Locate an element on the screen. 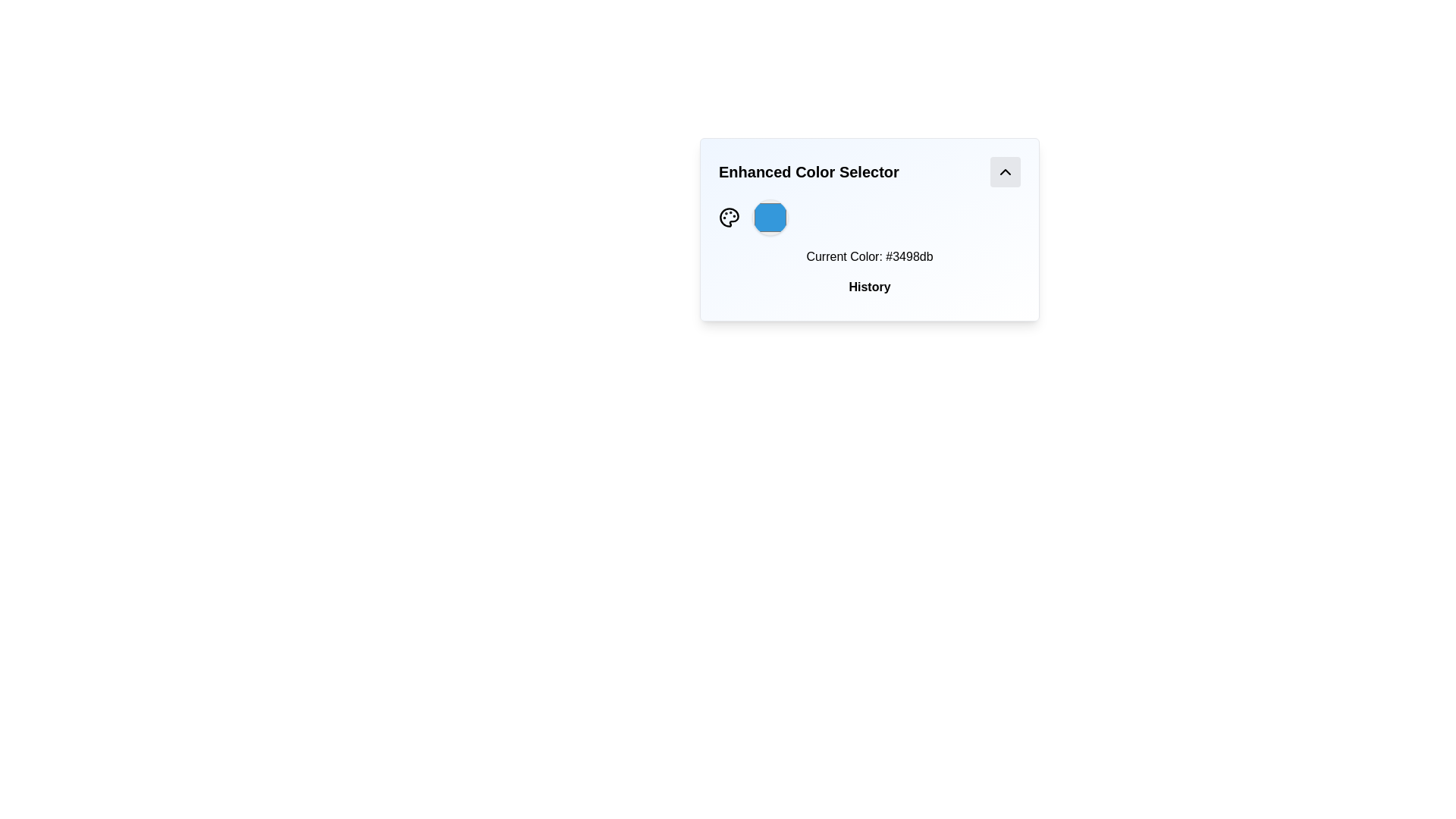 The height and width of the screenshot is (819, 1456). the palette icon located in the 'Enhanced Color Selector' panel, which is depicted as a circular shape with smaller circles around its edges is located at coordinates (729, 217).